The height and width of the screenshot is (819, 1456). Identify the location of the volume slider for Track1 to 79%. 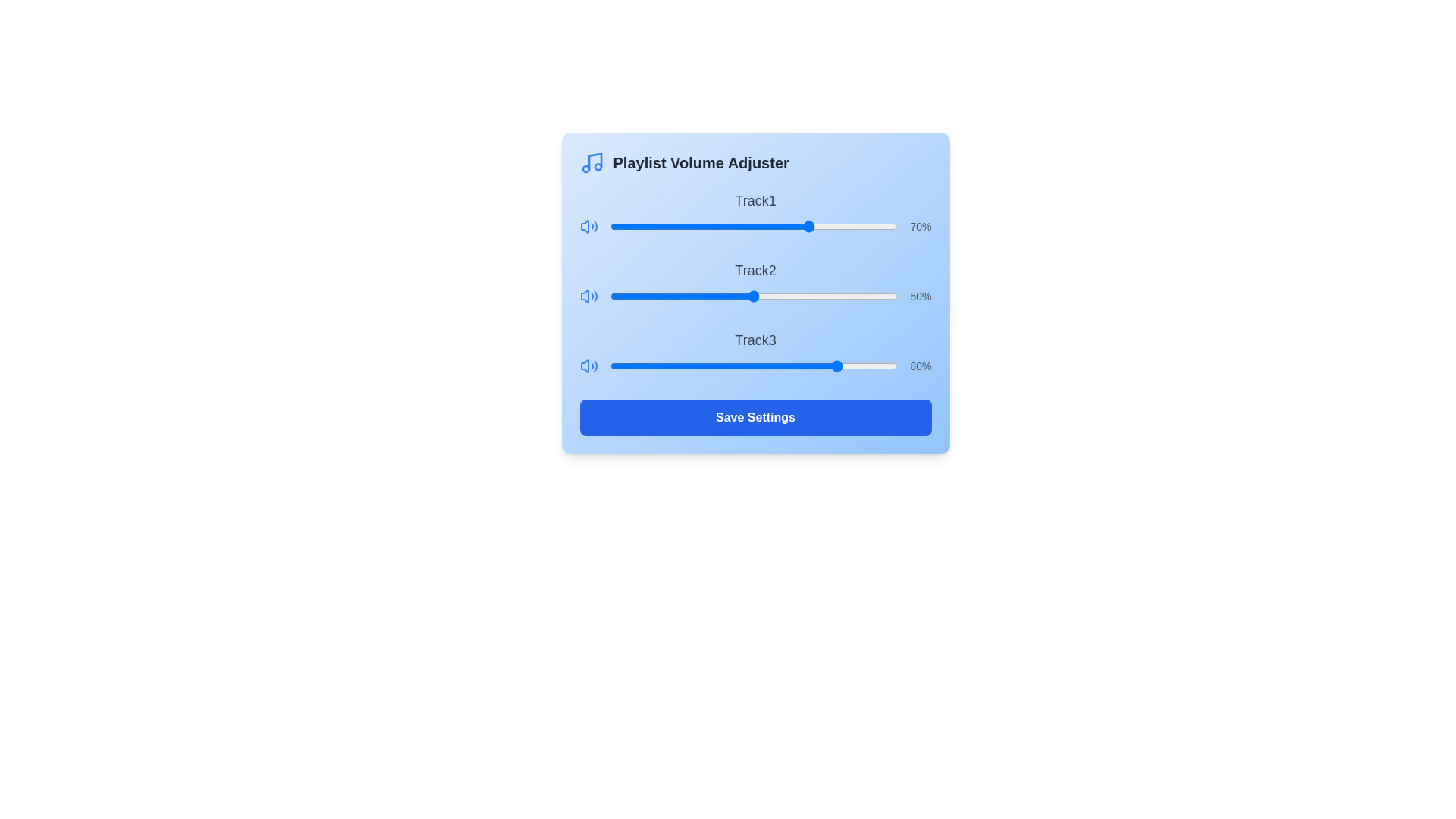
(836, 227).